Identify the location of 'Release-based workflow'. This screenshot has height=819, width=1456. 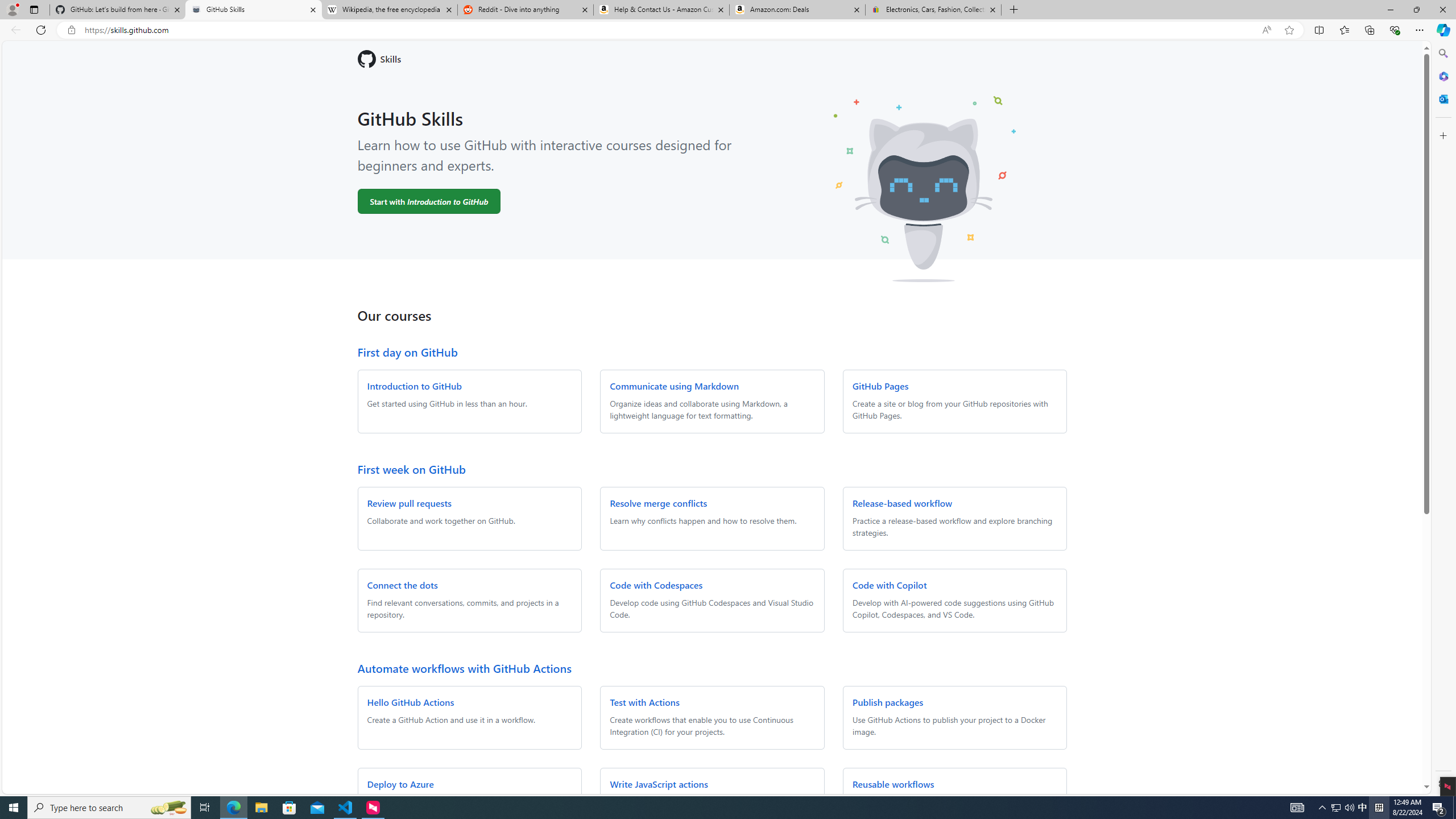
(901, 503).